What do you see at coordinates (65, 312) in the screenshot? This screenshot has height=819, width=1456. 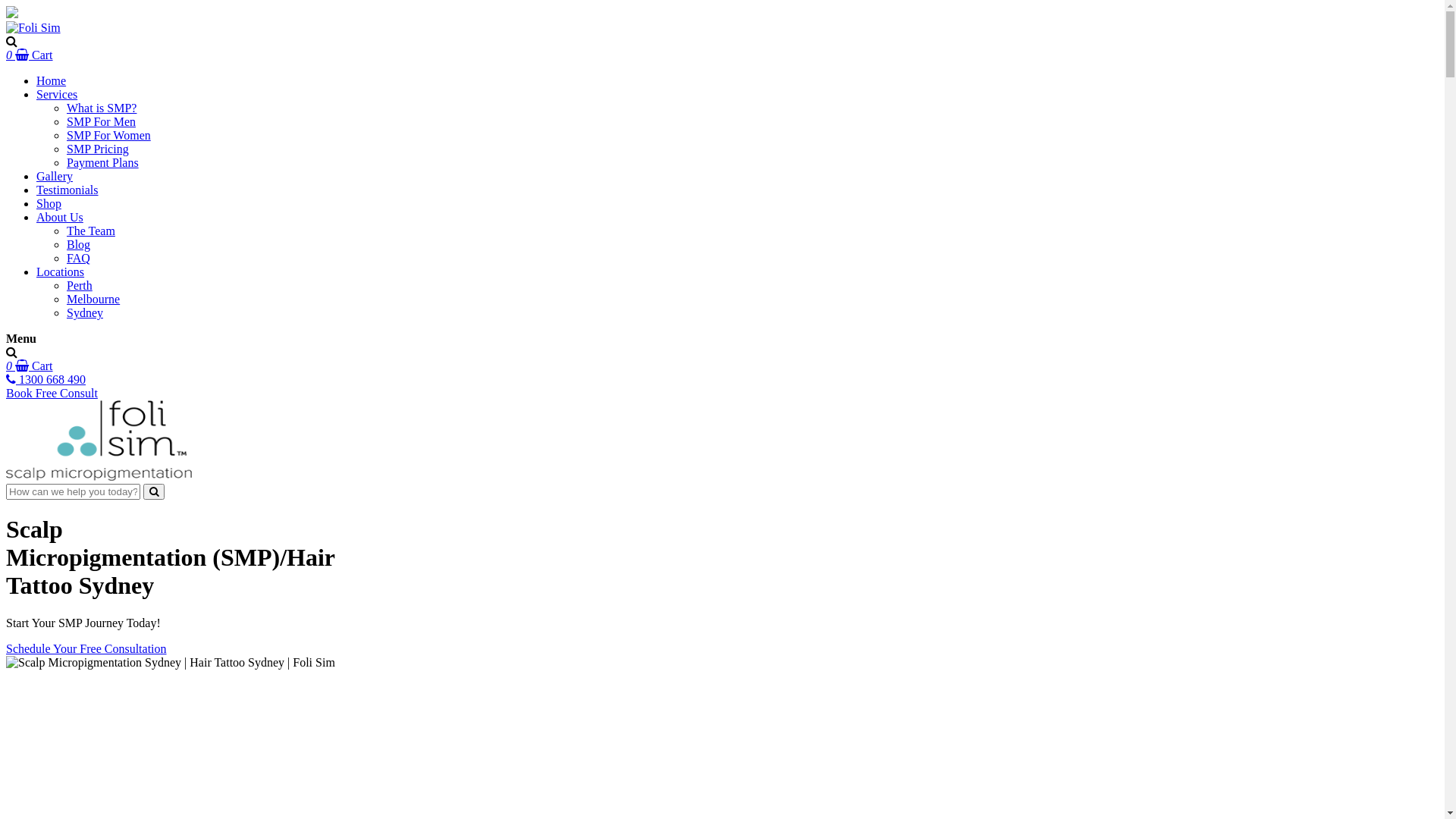 I see `'Sydney'` at bounding box center [65, 312].